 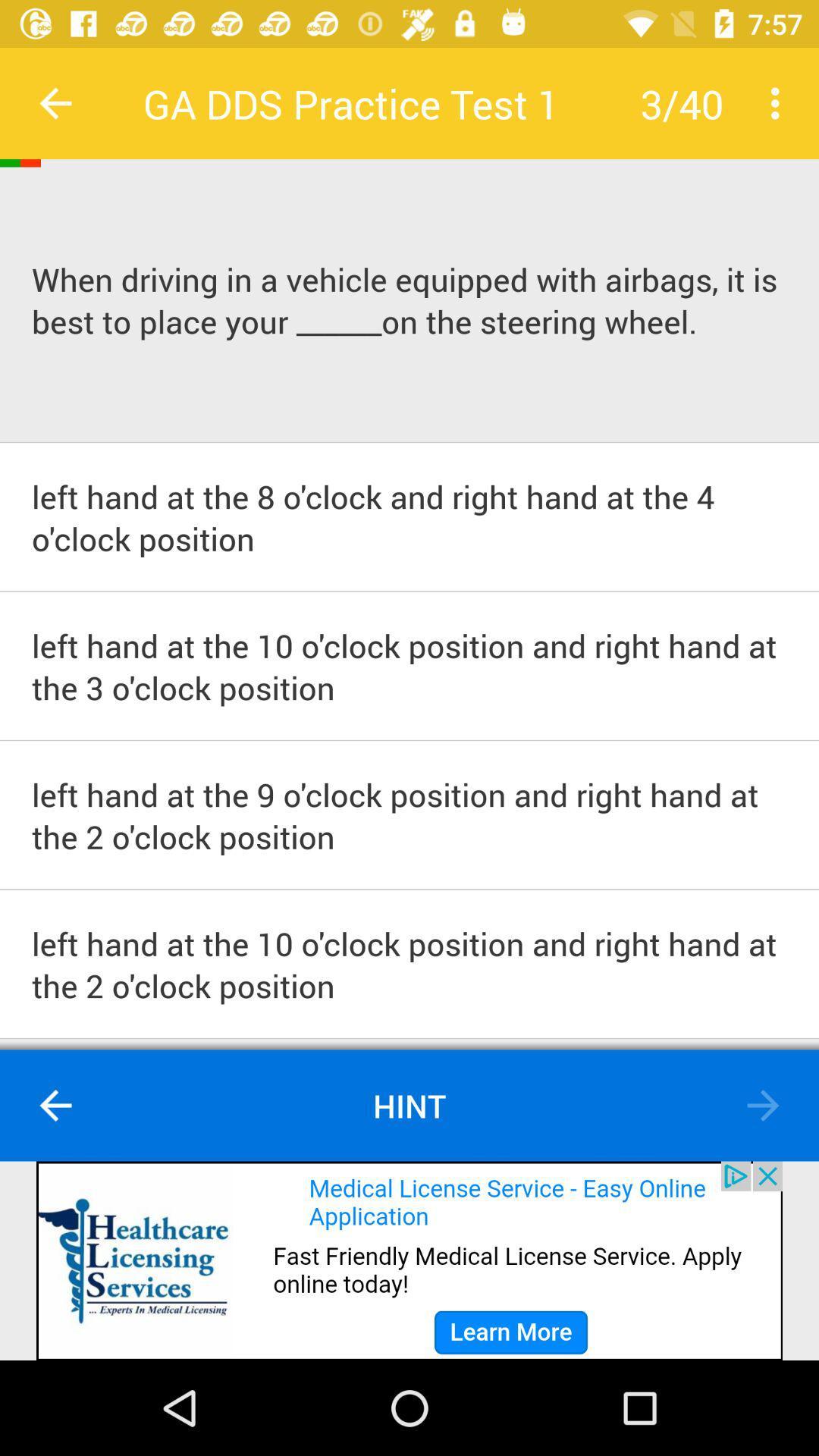 What do you see at coordinates (763, 1106) in the screenshot?
I see `the arrow_forward icon` at bounding box center [763, 1106].